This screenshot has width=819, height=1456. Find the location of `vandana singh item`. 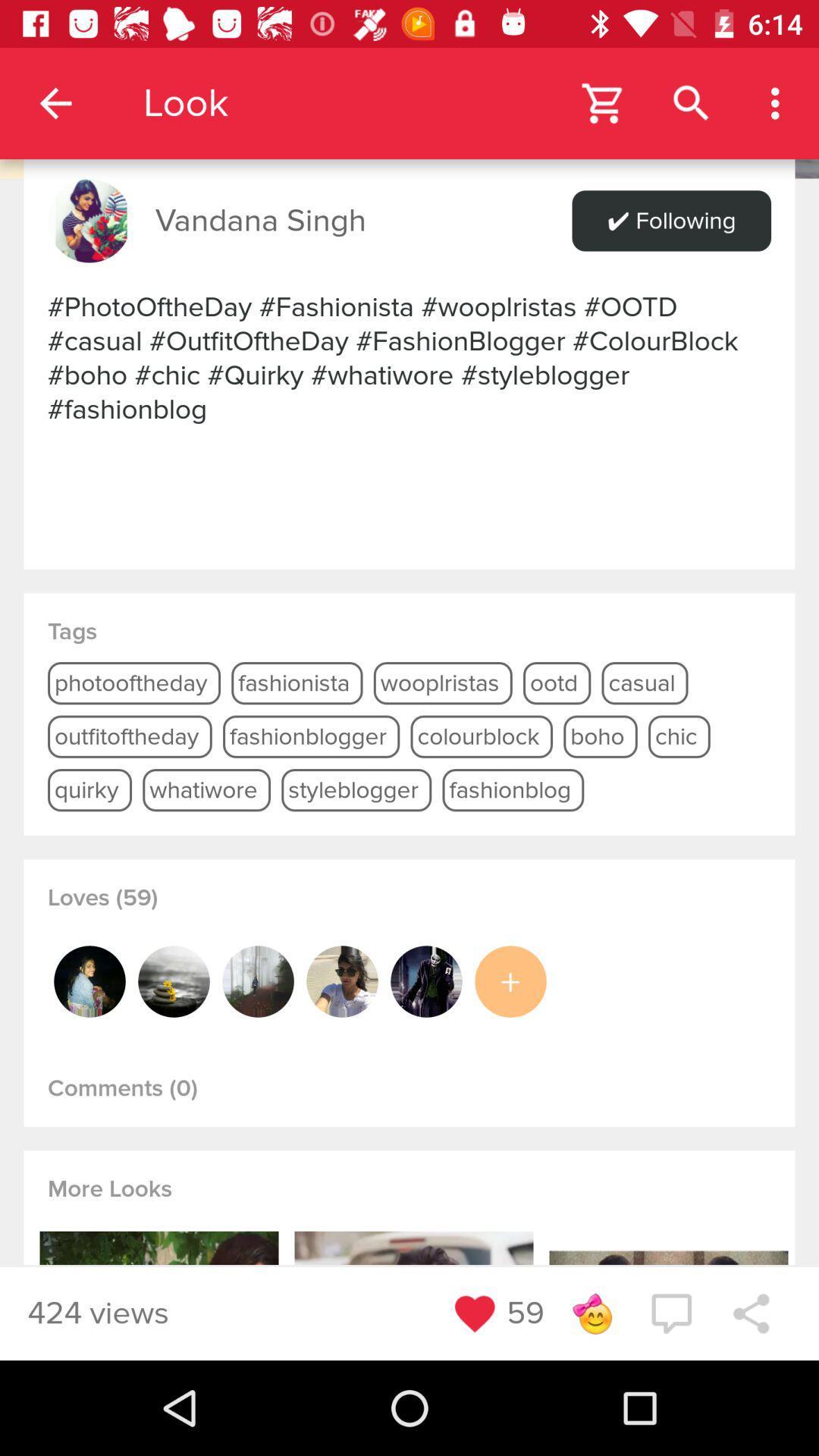

vandana singh item is located at coordinates (259, 220).